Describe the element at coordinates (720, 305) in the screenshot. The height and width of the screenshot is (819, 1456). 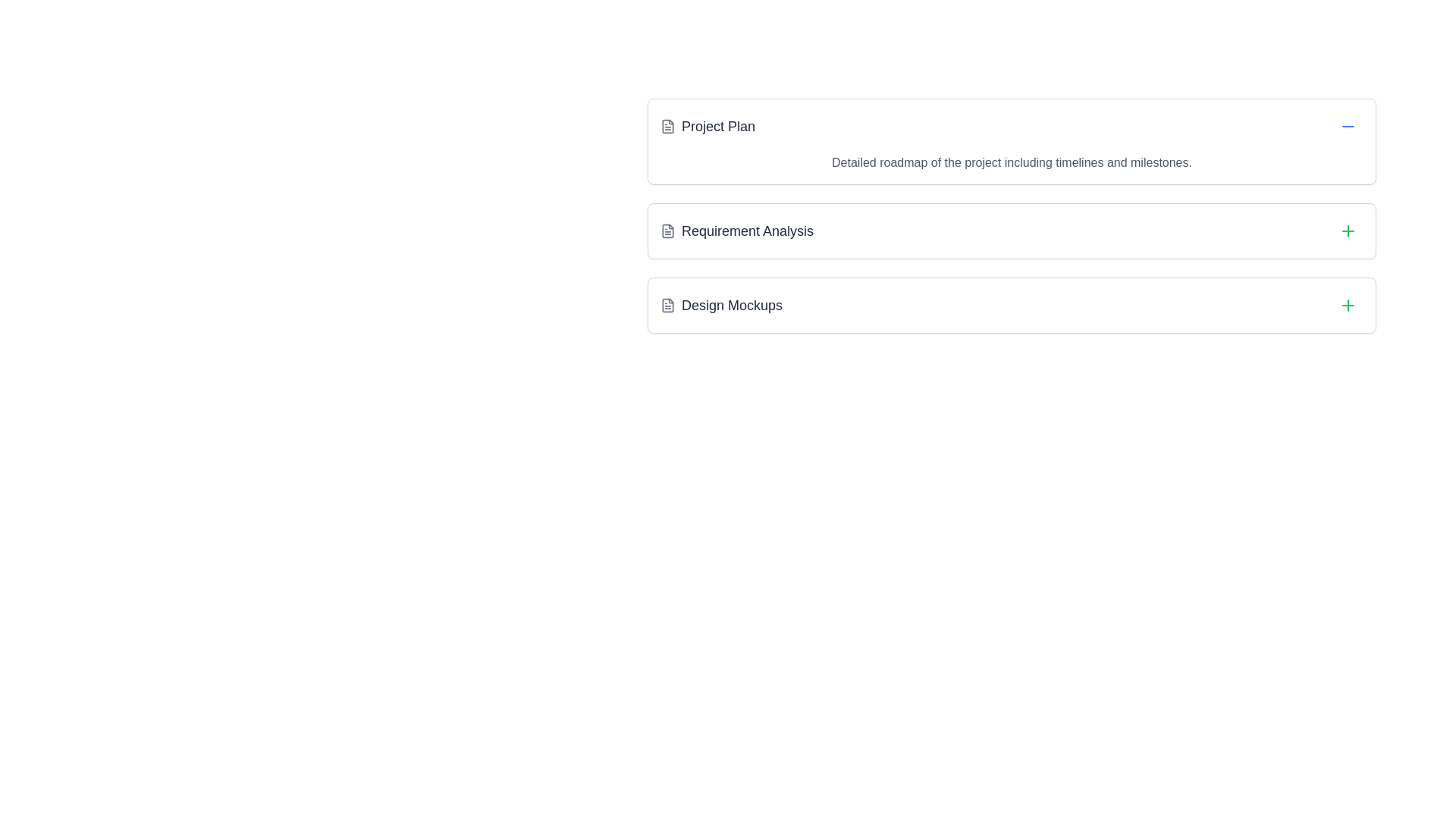
I see `the text label 'Design Mockups' which is displayed with an adjacent document icon` at that location.